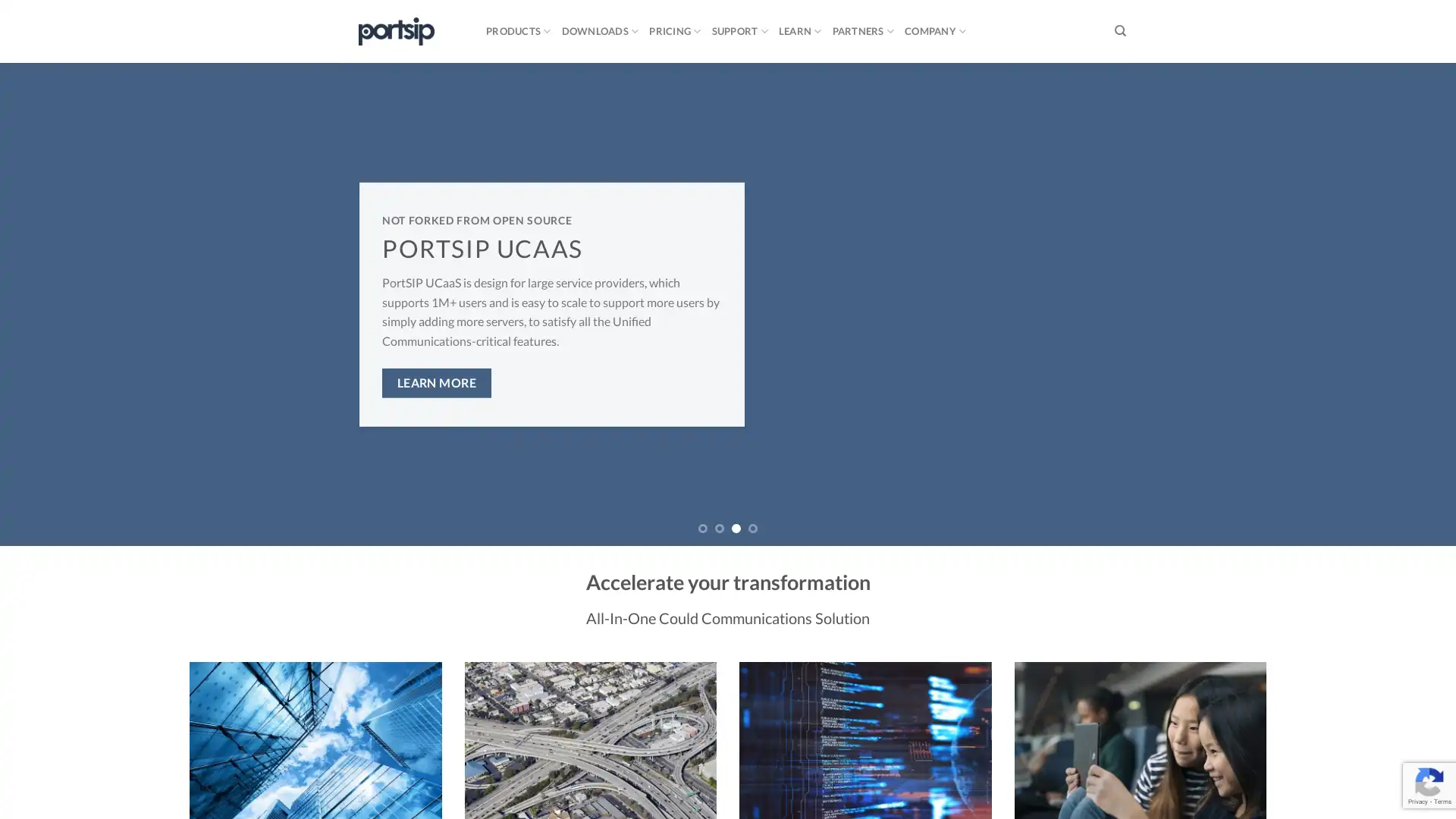  I want to click on Next, so click(1407, 304).